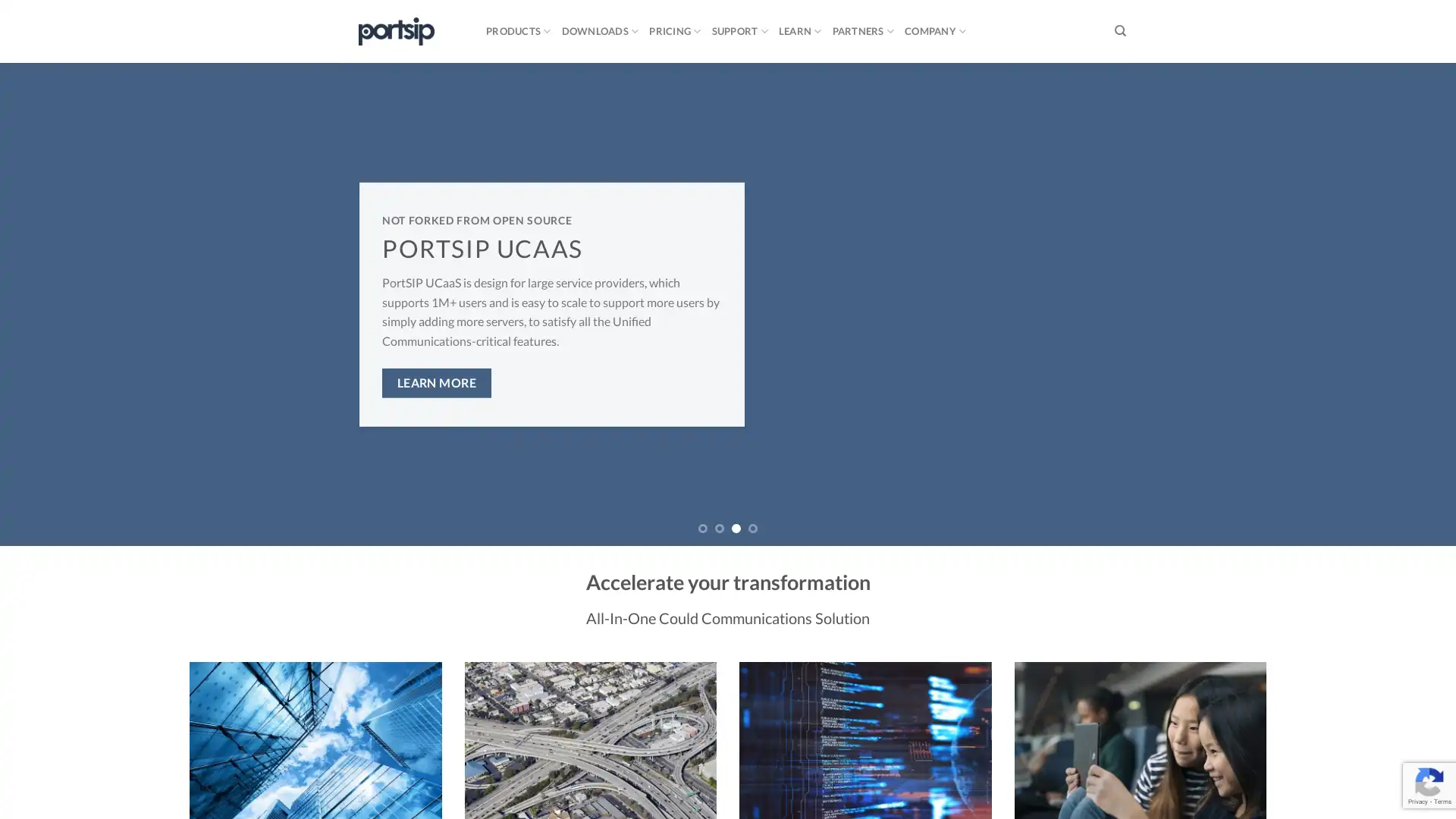  I want to click on Next, so click(1407, 304).